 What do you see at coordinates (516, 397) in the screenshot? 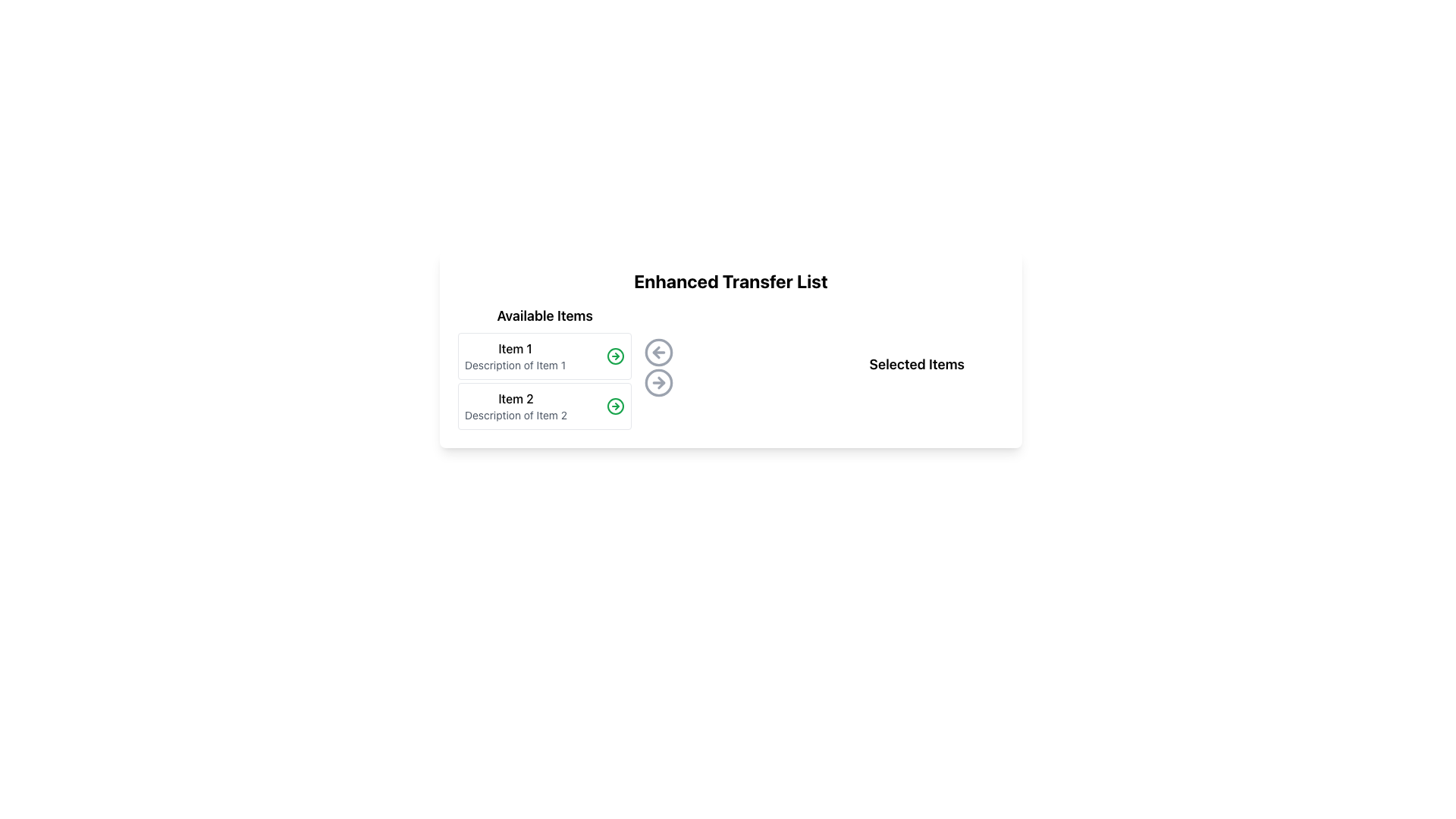
I see `the text label displaying 'Item 2', which is located in the second row under the 'Available Items' header` at bounding box center [516, 397].